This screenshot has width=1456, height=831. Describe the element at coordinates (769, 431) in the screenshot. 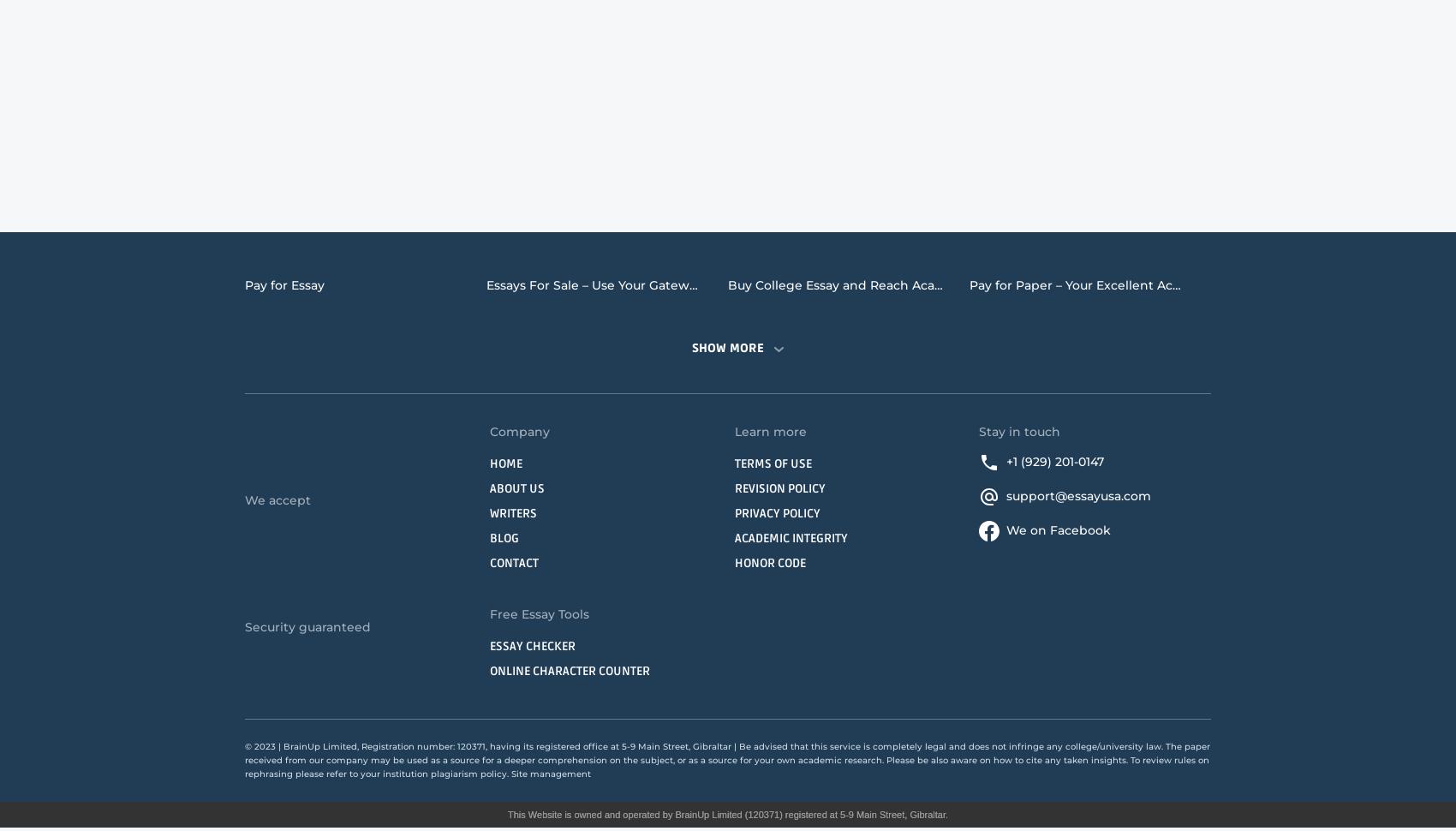

I see `'Learn more'` at that location.